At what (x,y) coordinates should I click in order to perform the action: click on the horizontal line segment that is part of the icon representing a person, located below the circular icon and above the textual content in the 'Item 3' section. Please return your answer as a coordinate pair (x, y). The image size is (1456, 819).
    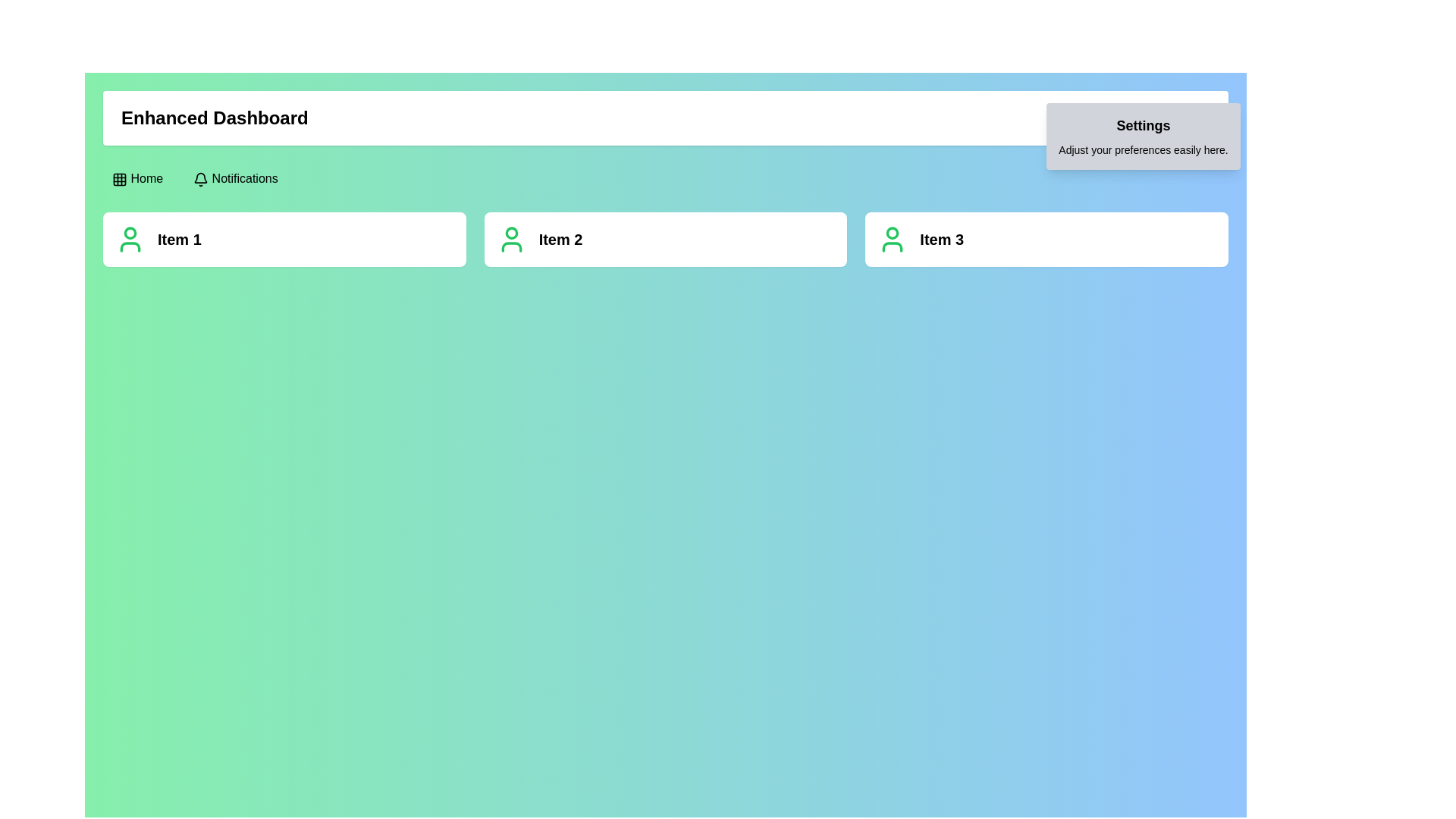
    Looking at the image, I should click on (893, 246).